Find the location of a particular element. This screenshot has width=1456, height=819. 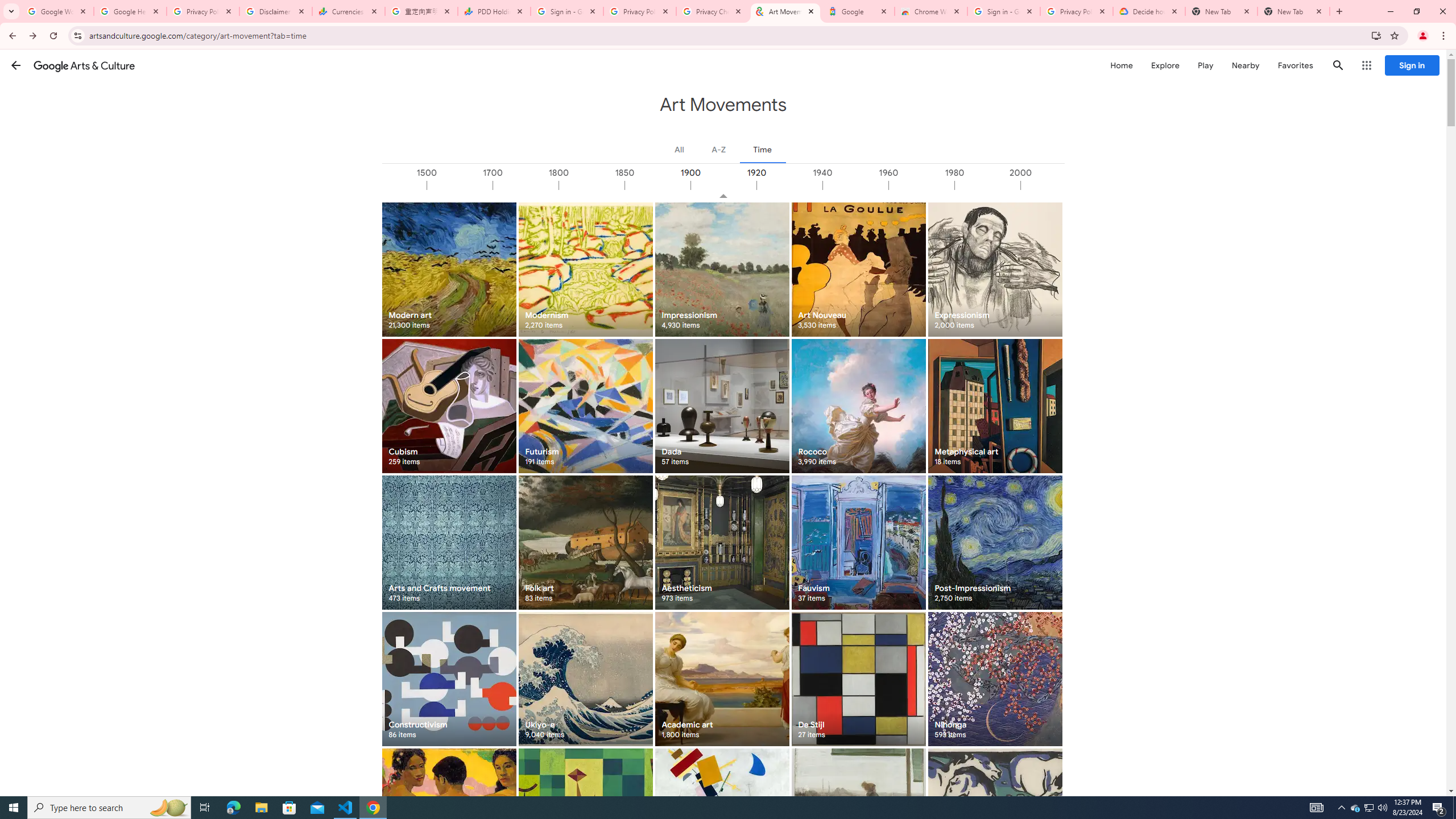

'A-Z' is located at coordinates (718, 148).